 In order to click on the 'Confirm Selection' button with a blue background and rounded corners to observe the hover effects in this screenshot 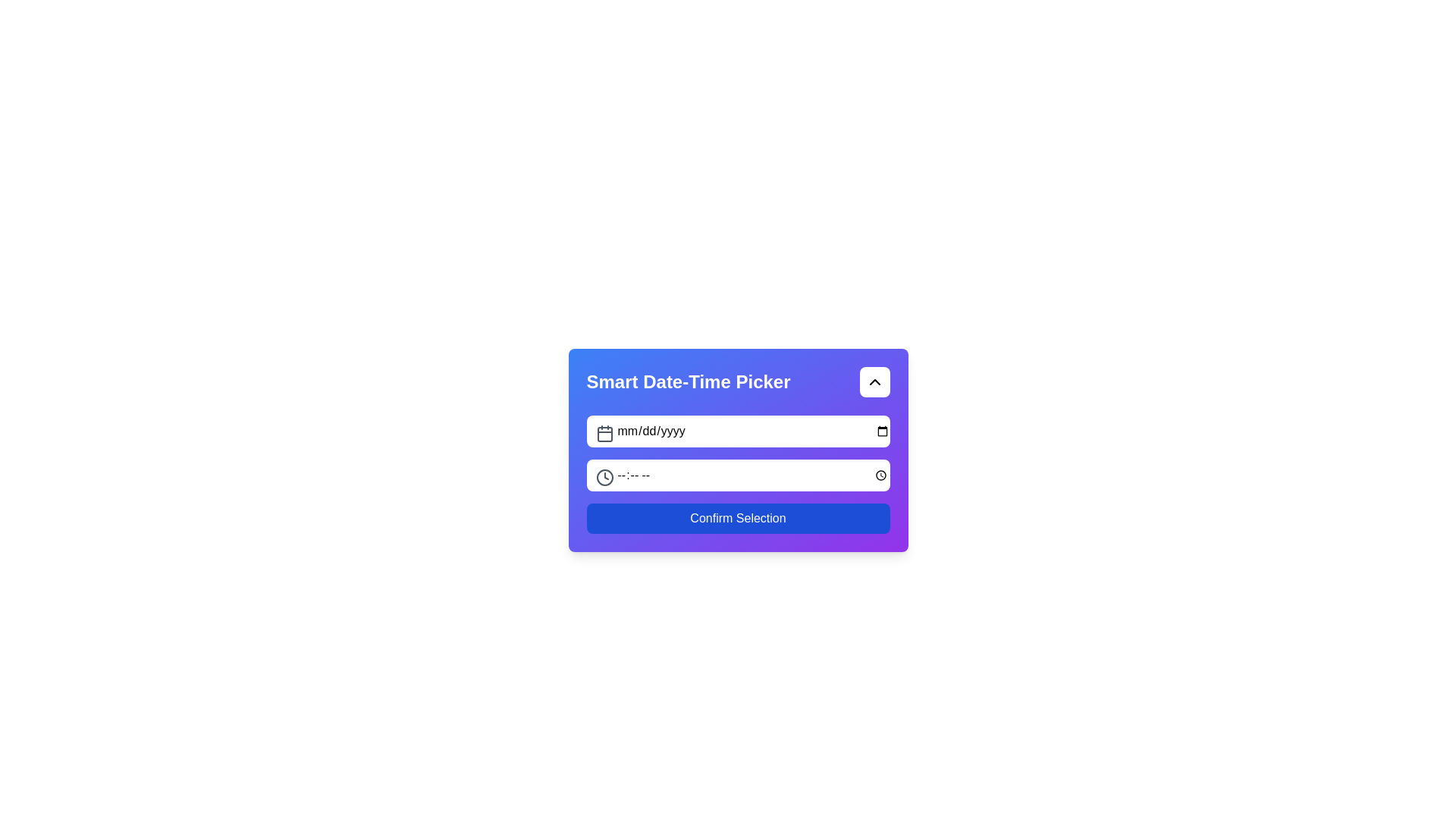, I will do `click(738, 517)`.